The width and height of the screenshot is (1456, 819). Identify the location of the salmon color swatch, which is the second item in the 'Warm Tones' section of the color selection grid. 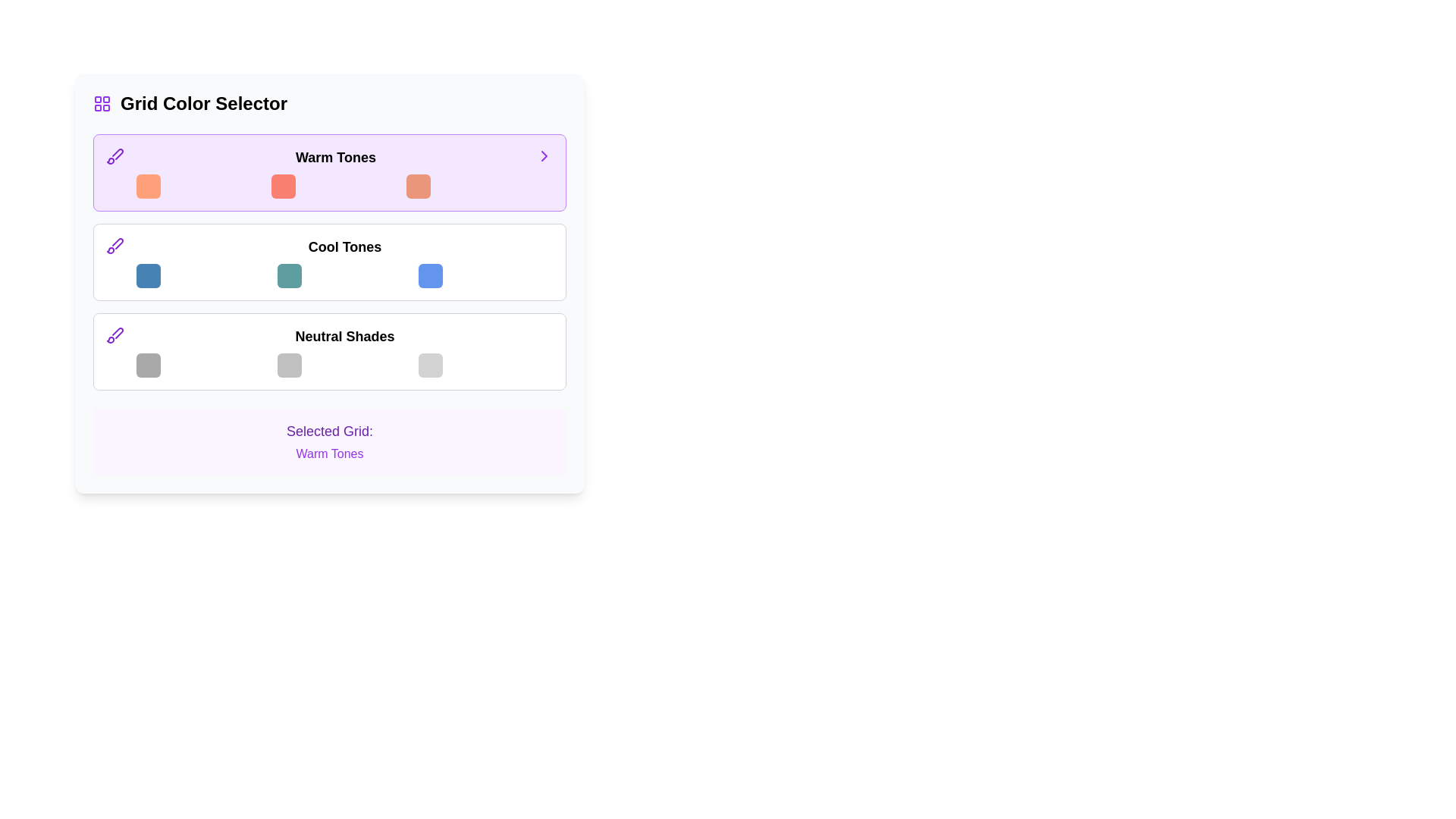
(284, 186).